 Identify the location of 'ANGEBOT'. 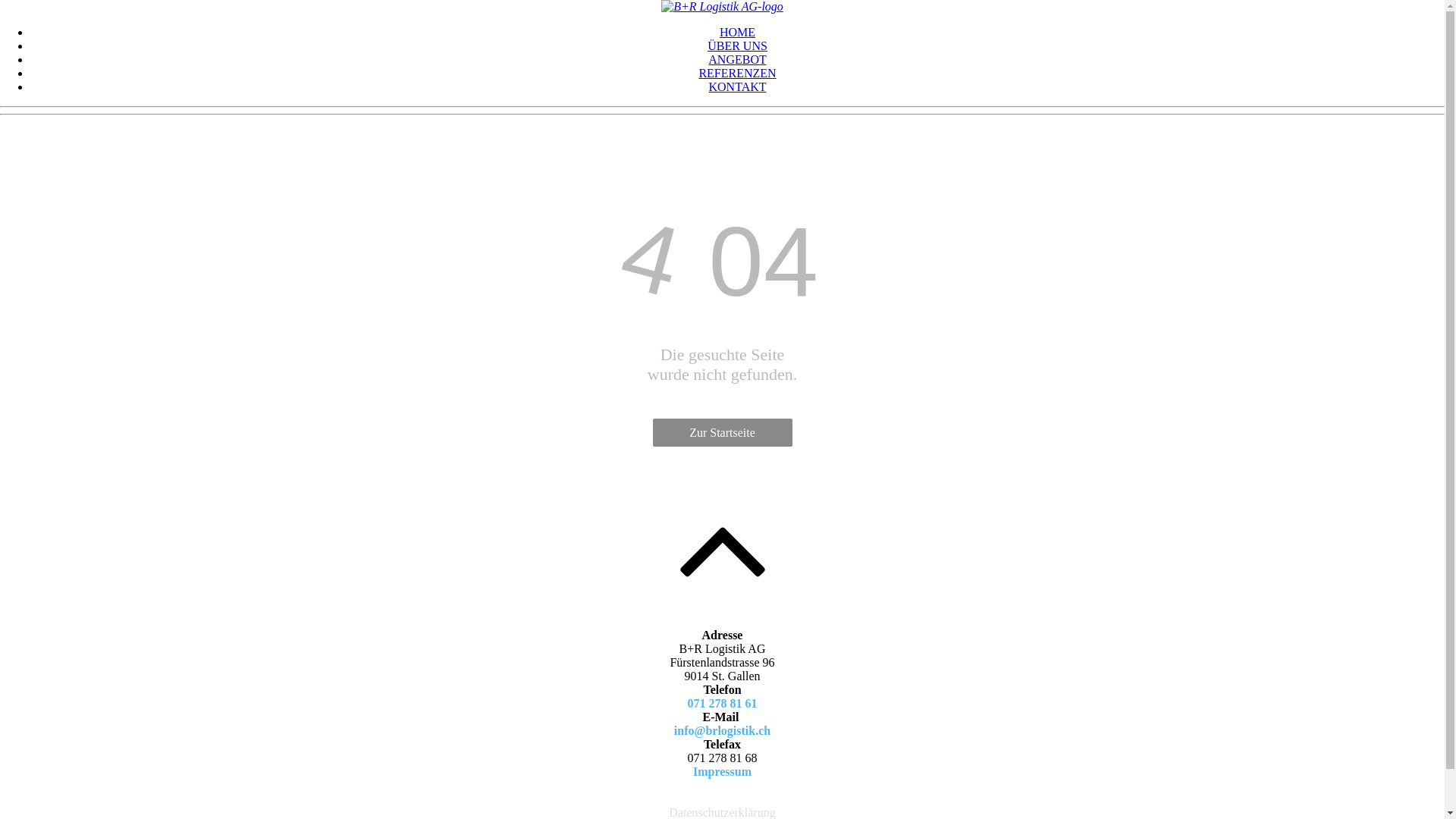
(736, 58).